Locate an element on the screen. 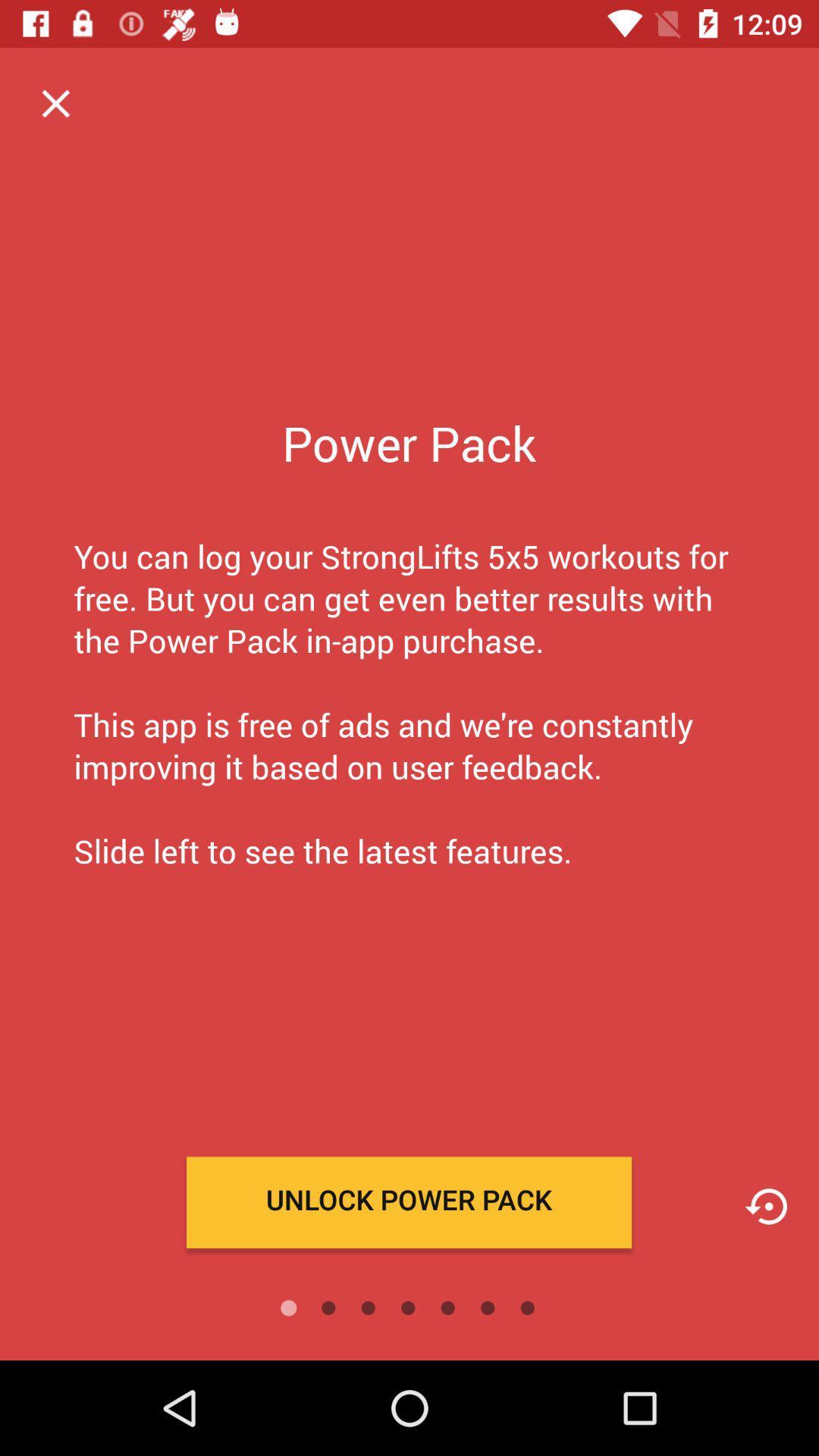 The width and height of the screenshot is (819, 1456). the history icon is located at coordinates (766, 1206).